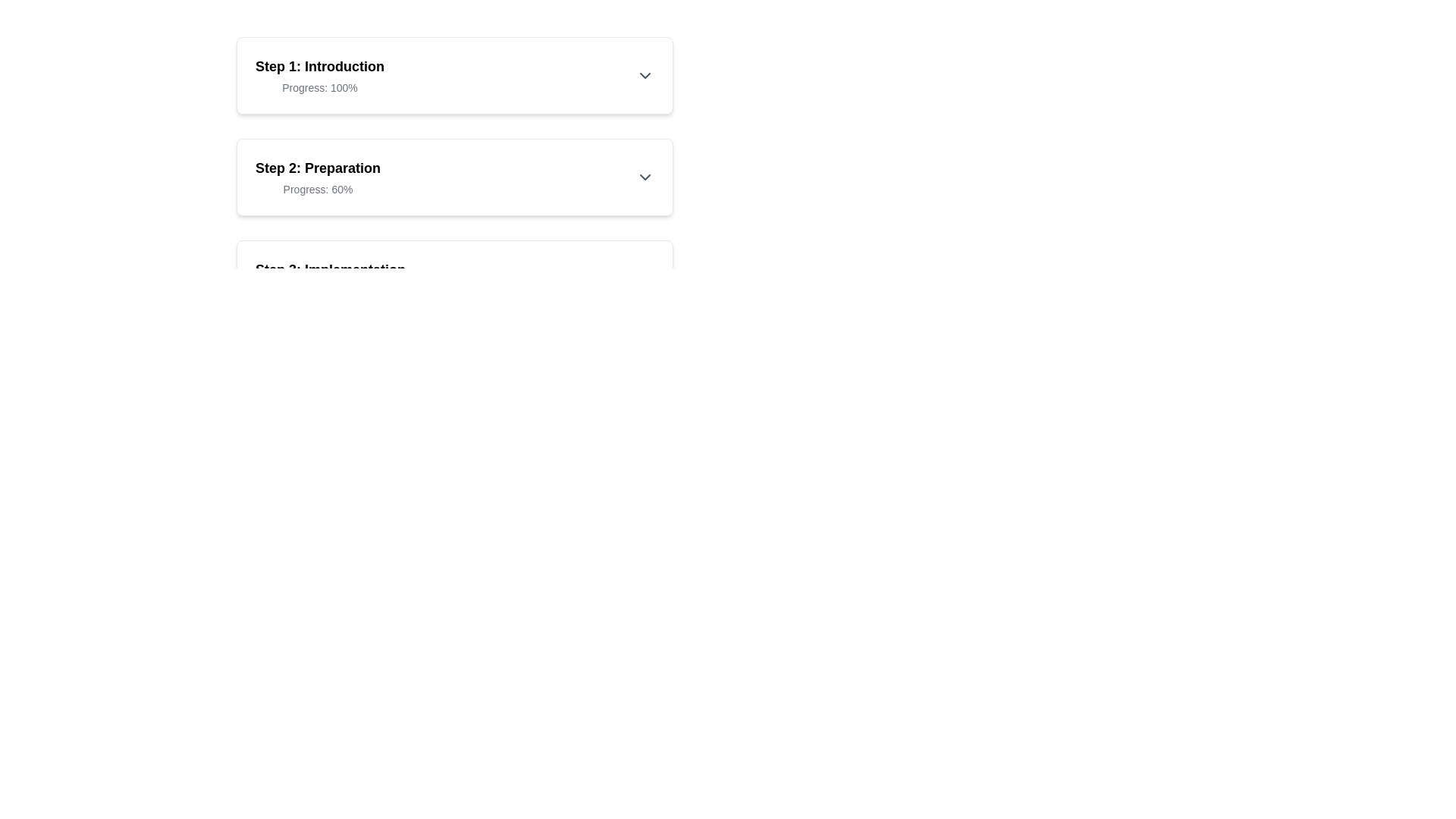  Describe the element at coordinates (645, 76) in the screenshot. I see `the Dropdown toggle button located at the far right of the 'Step 1: Introduction' section header` at that location.